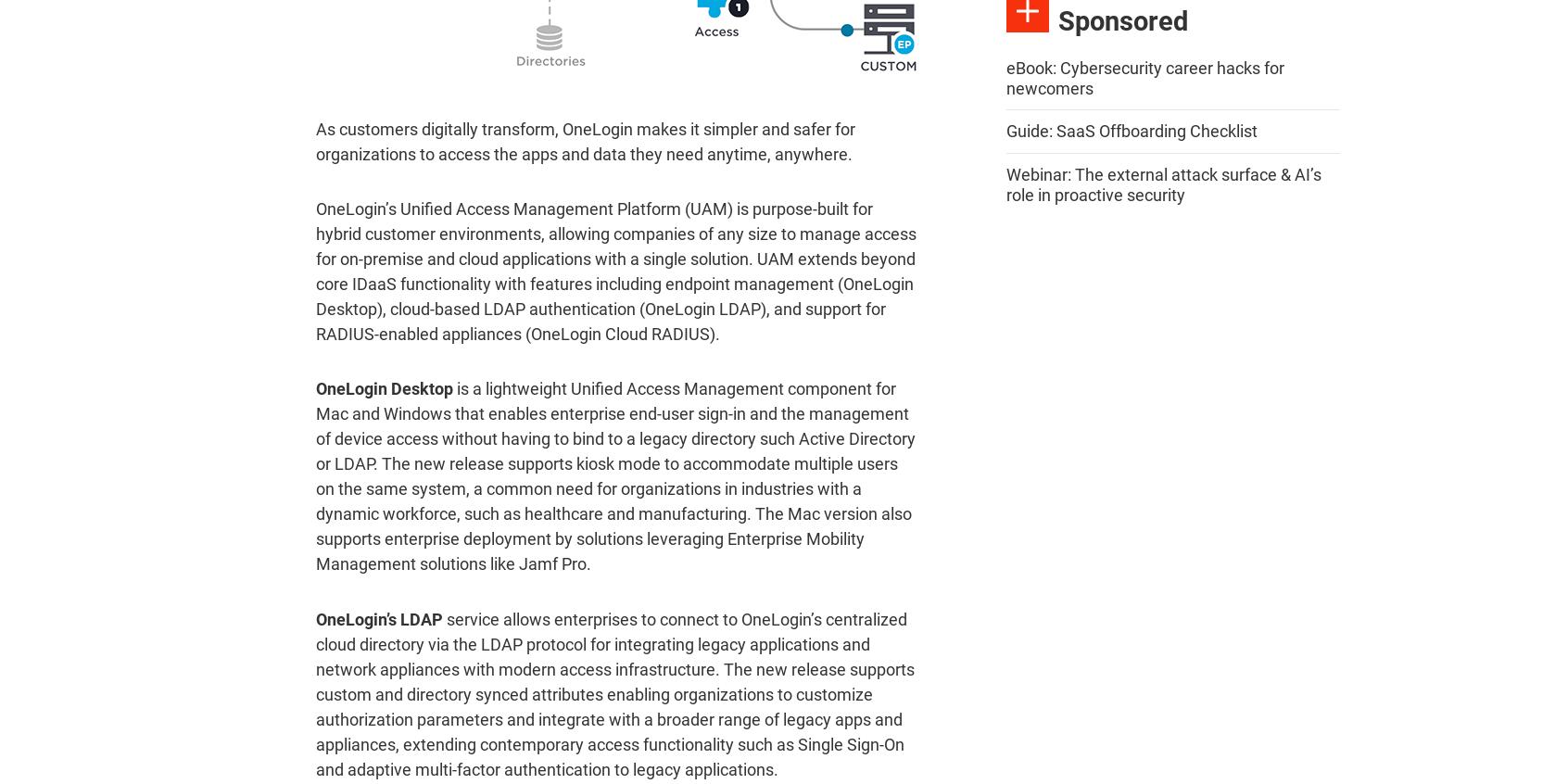  What do you see at coordinates (1122, 19) in the screenshot?
I see `'Sponsored'` at bounding box center [1122, 19].